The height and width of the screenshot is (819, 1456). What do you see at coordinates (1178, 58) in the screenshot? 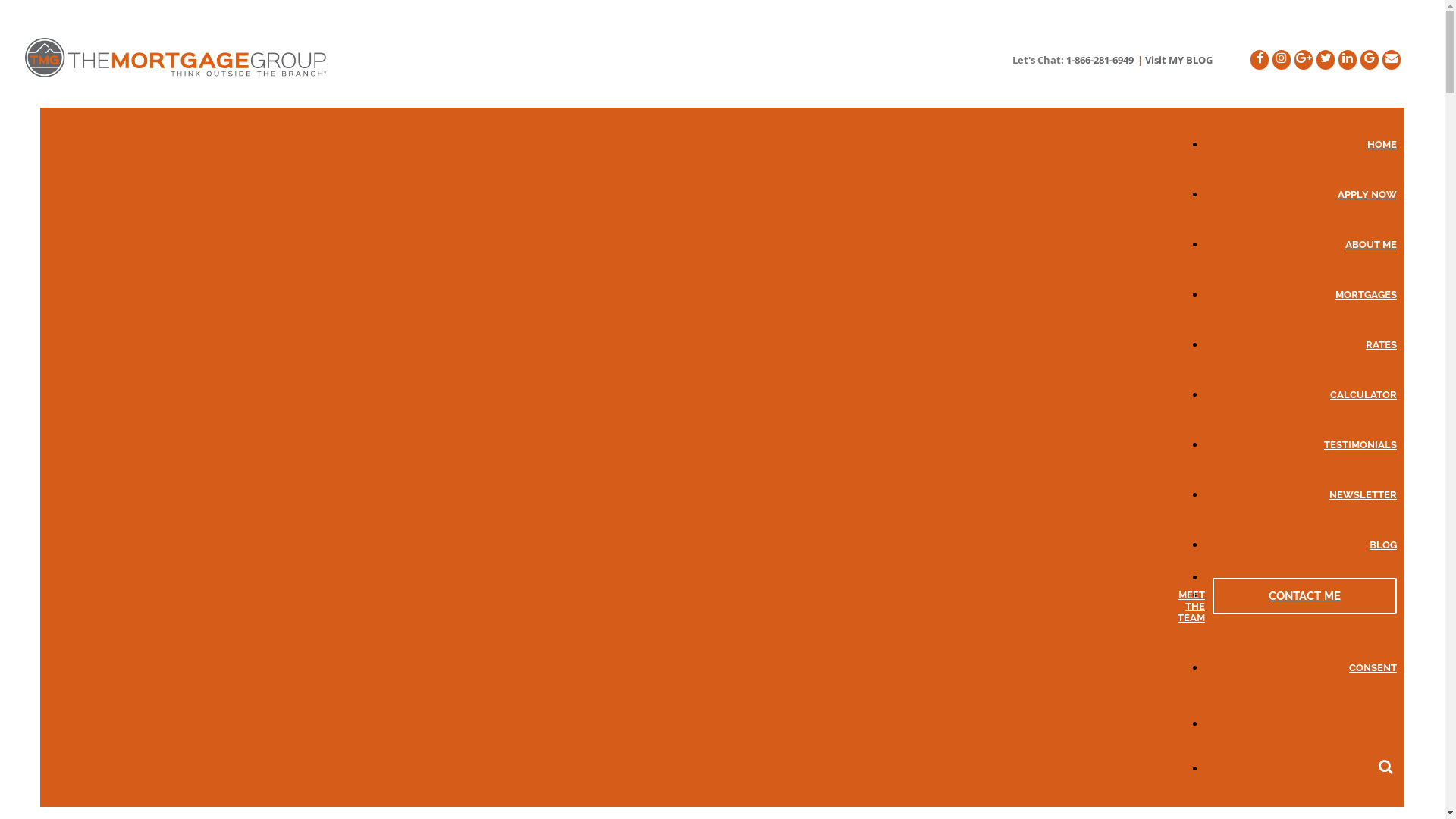
I see `'Visit MY BLOG'` at bounding box center [1178, 58].